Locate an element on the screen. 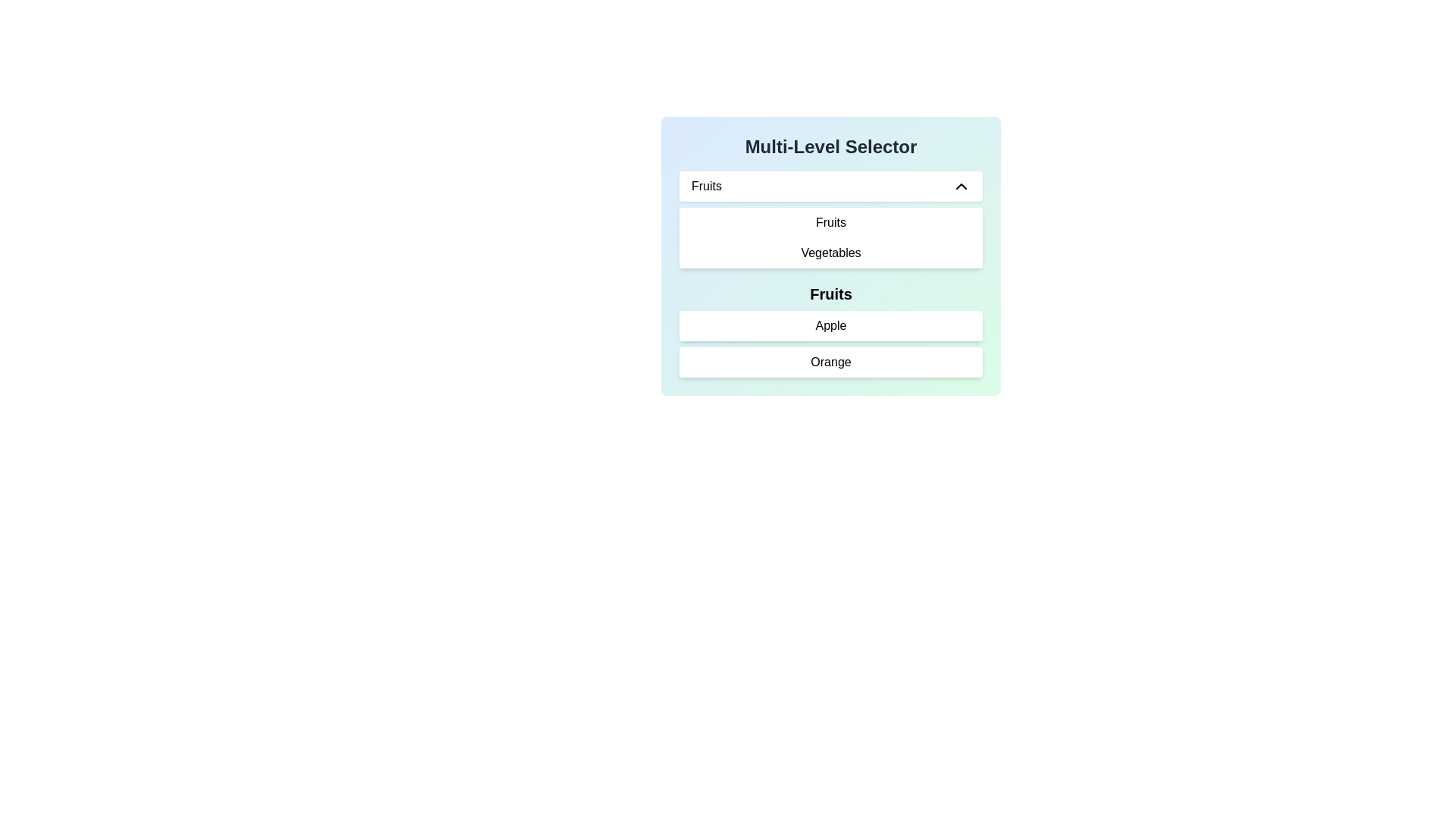 The height and width of the screenshot is (819, 1456). the first menu option labeled 'Fruits' in the dropdown list is located at coordinates (830, 222).